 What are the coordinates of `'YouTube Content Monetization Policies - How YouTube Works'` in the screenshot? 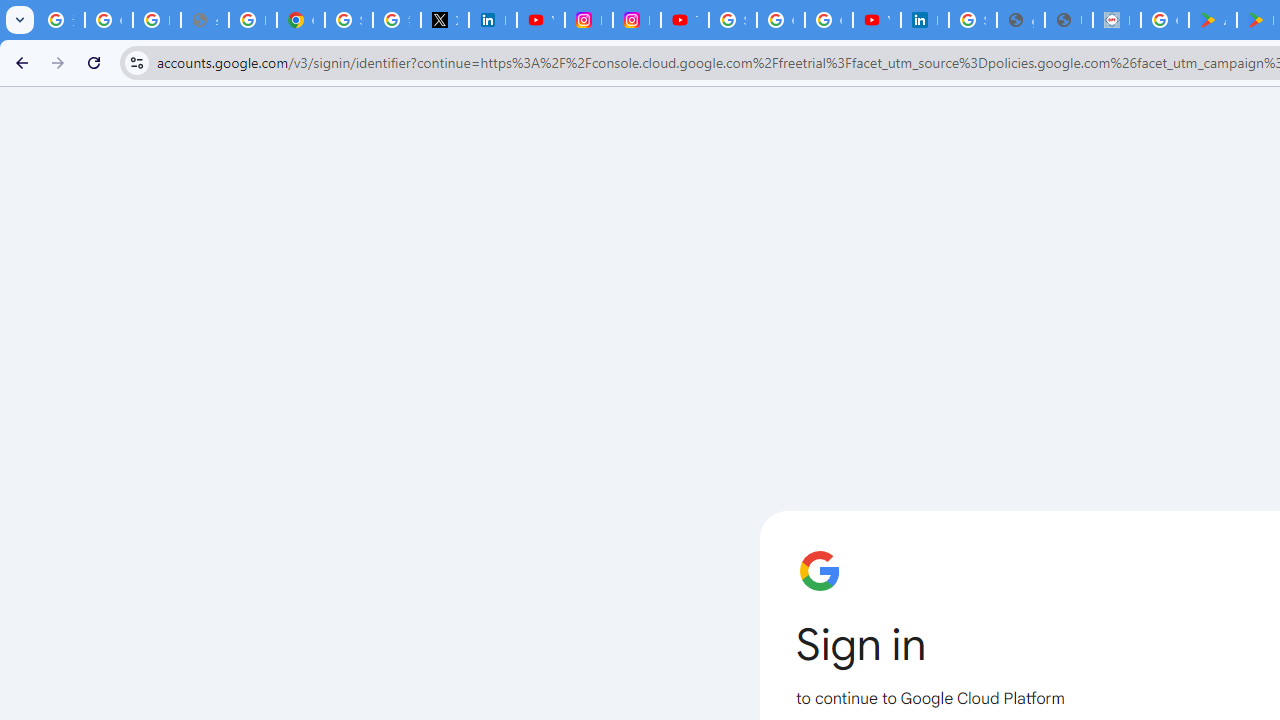 It's located at (540, 20).